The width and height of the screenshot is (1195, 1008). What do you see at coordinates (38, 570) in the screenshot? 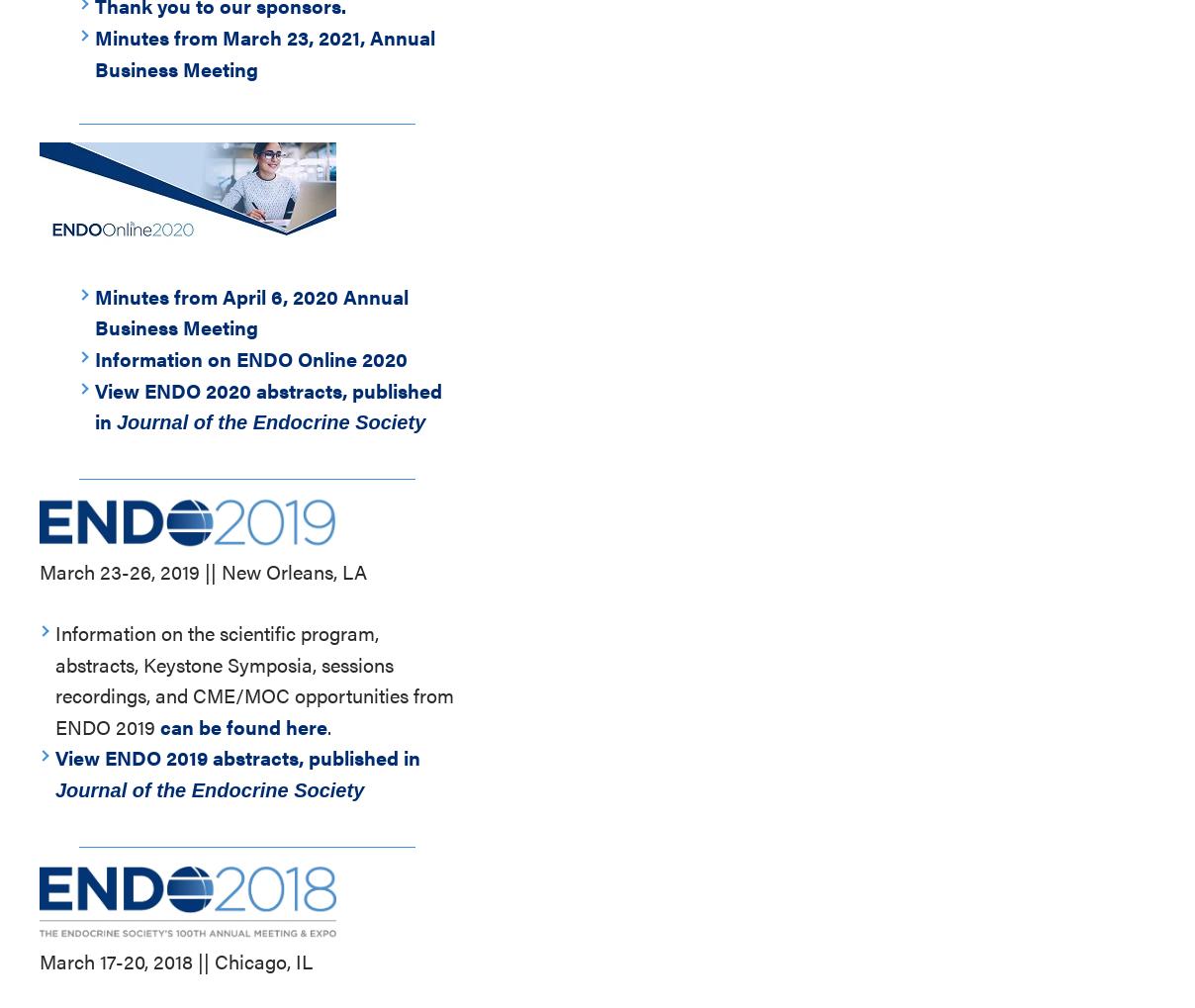
I see `'March 23-26, 2019 || New Orleans, LA'` at bounding box center [38, 570].